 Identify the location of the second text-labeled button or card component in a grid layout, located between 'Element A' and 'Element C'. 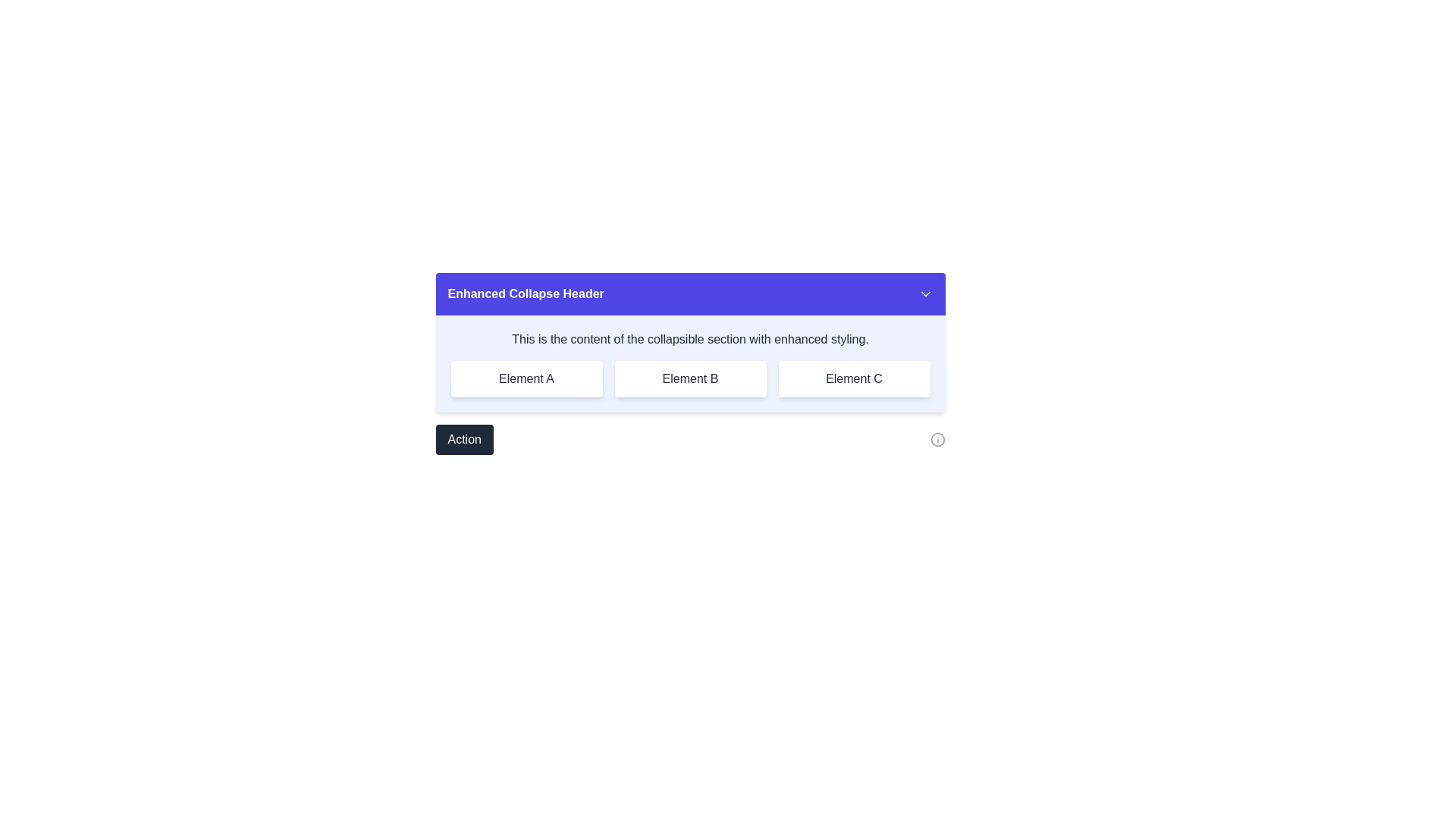
(689, 378).